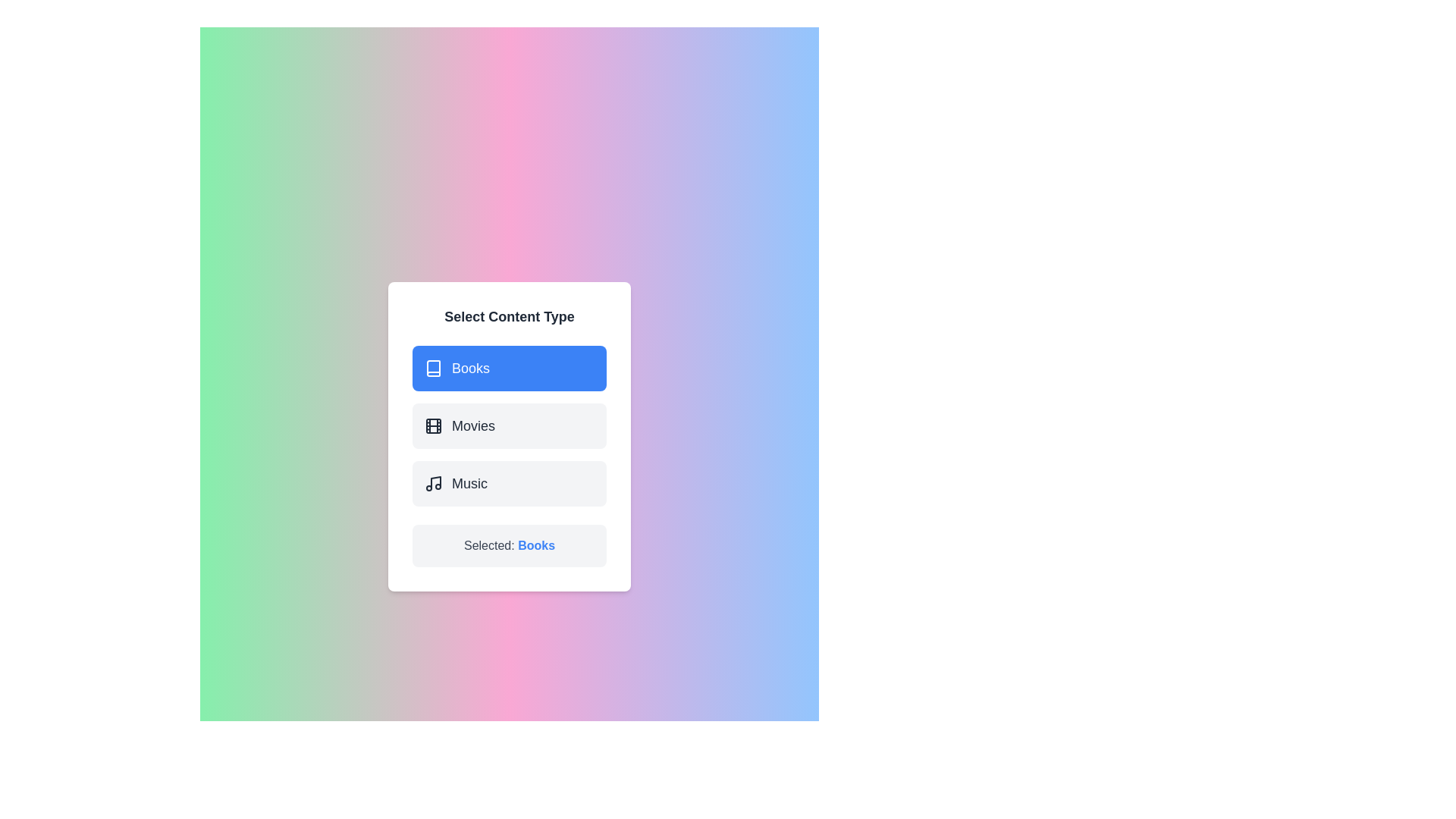  I want to click on the 'Movies' button, which is the second option under the 'Select Content Type' heading, so click(432, 426).